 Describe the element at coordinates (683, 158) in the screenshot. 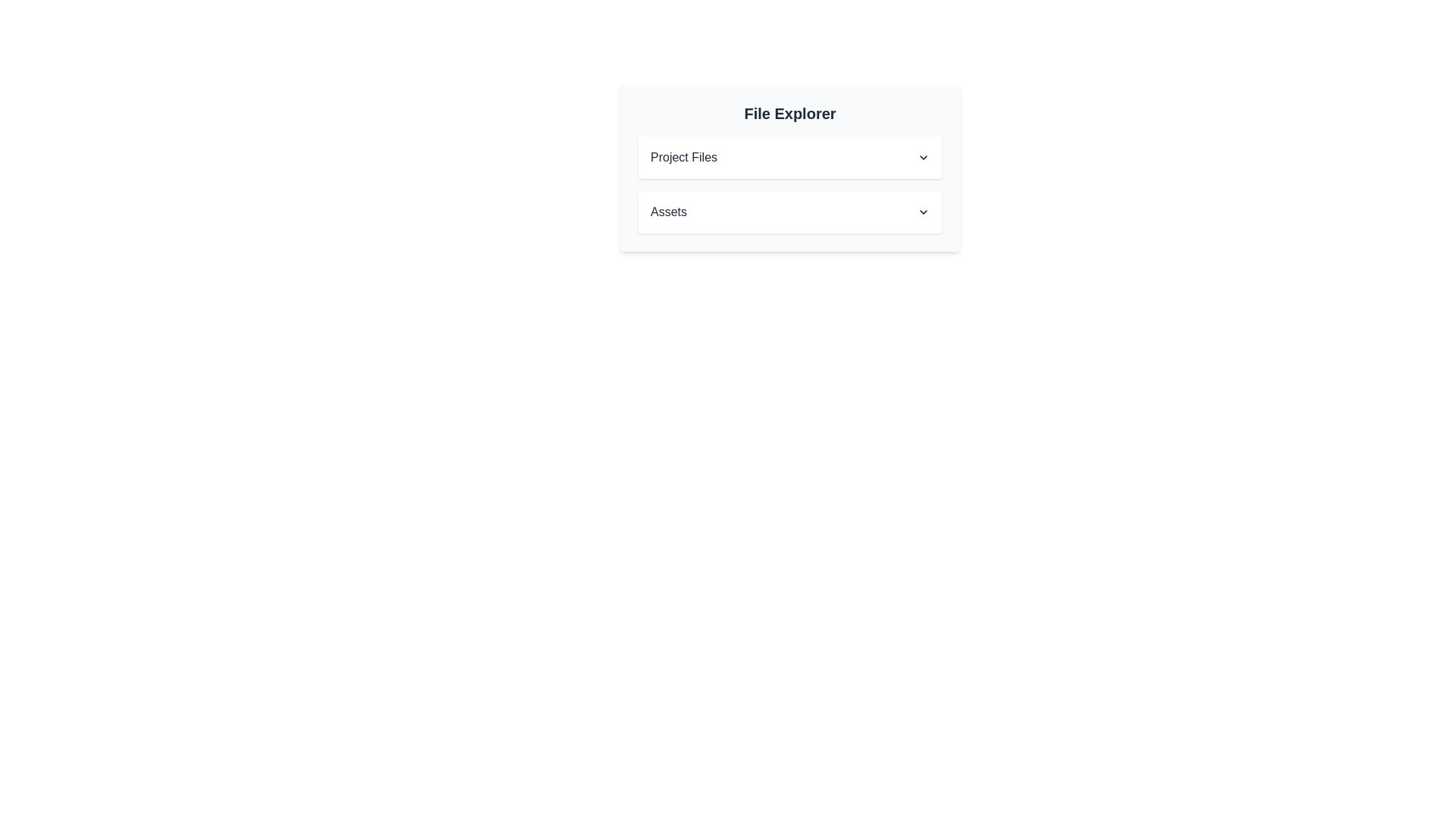

I see `the 'Project Files' text label in the file explorer module, which is displayed in medium font weight and gray color, positioned as a dropdown item above the 'Assets' dropdown` at that location.